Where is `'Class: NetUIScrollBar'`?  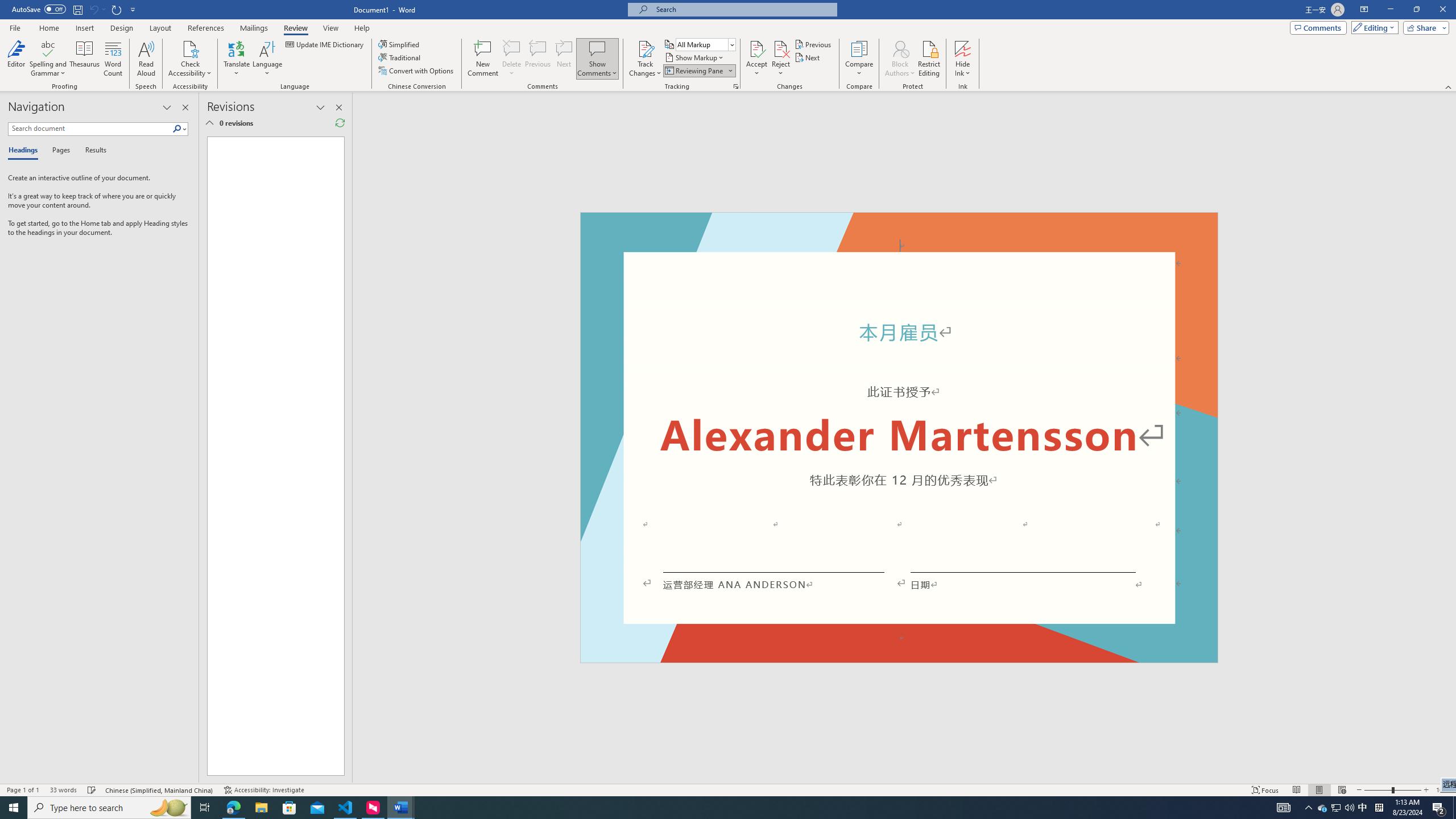 'Class: NetUIScrollBar' is located at coordinates (1451, 437).